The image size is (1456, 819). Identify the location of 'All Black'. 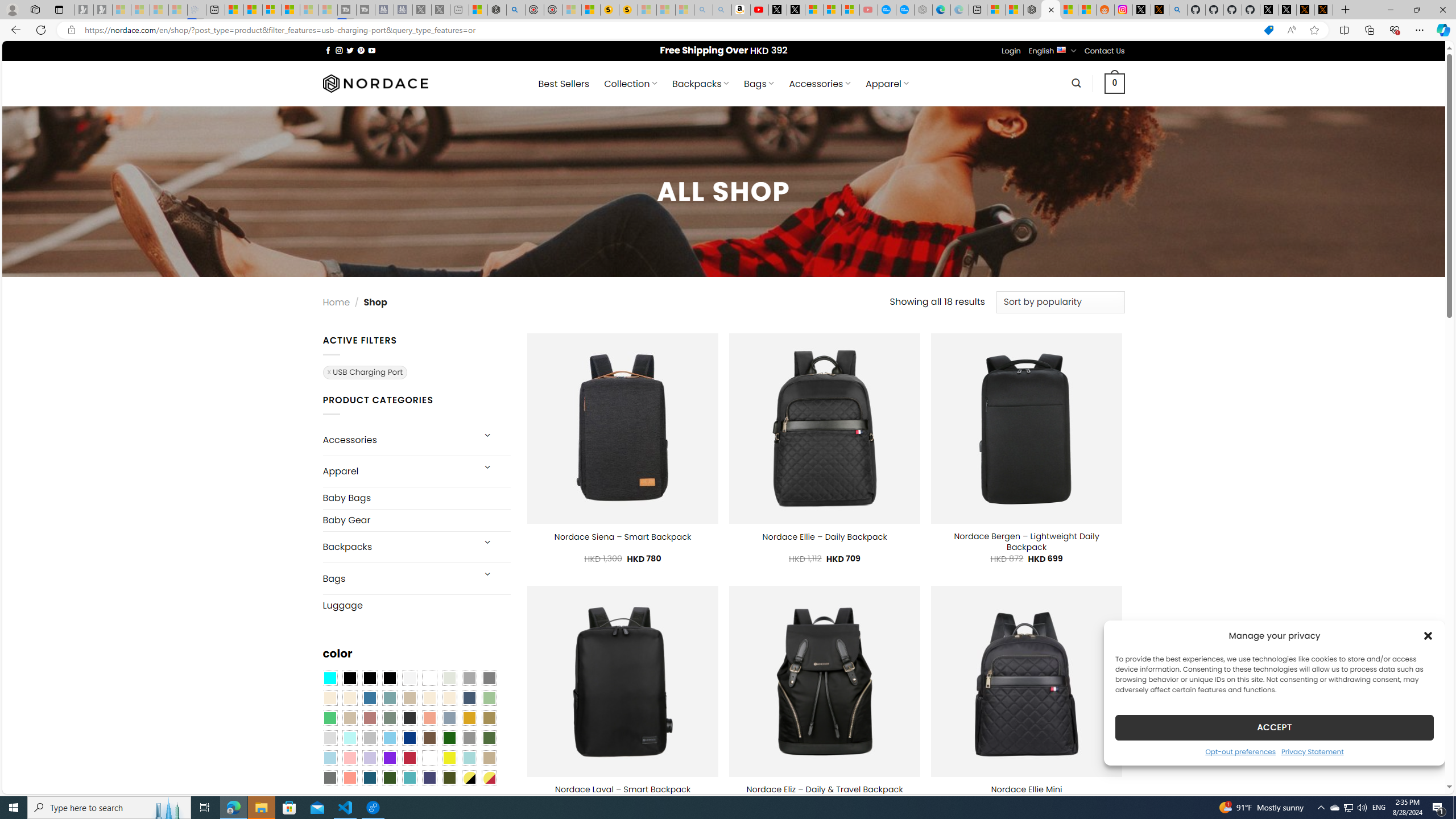
(349, 678).